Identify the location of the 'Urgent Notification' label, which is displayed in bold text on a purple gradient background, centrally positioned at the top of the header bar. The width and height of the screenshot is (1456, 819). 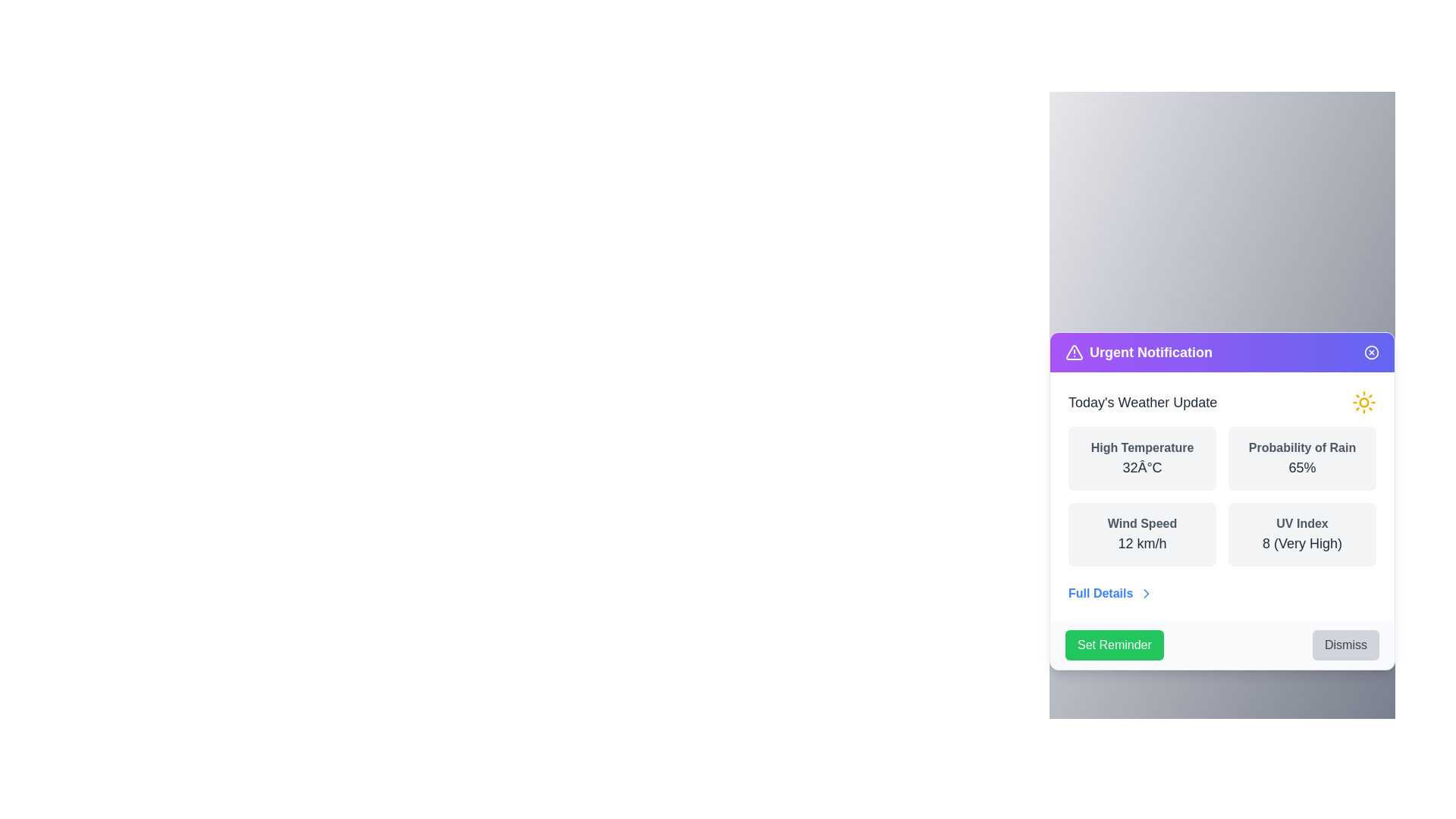
(1139, 353).